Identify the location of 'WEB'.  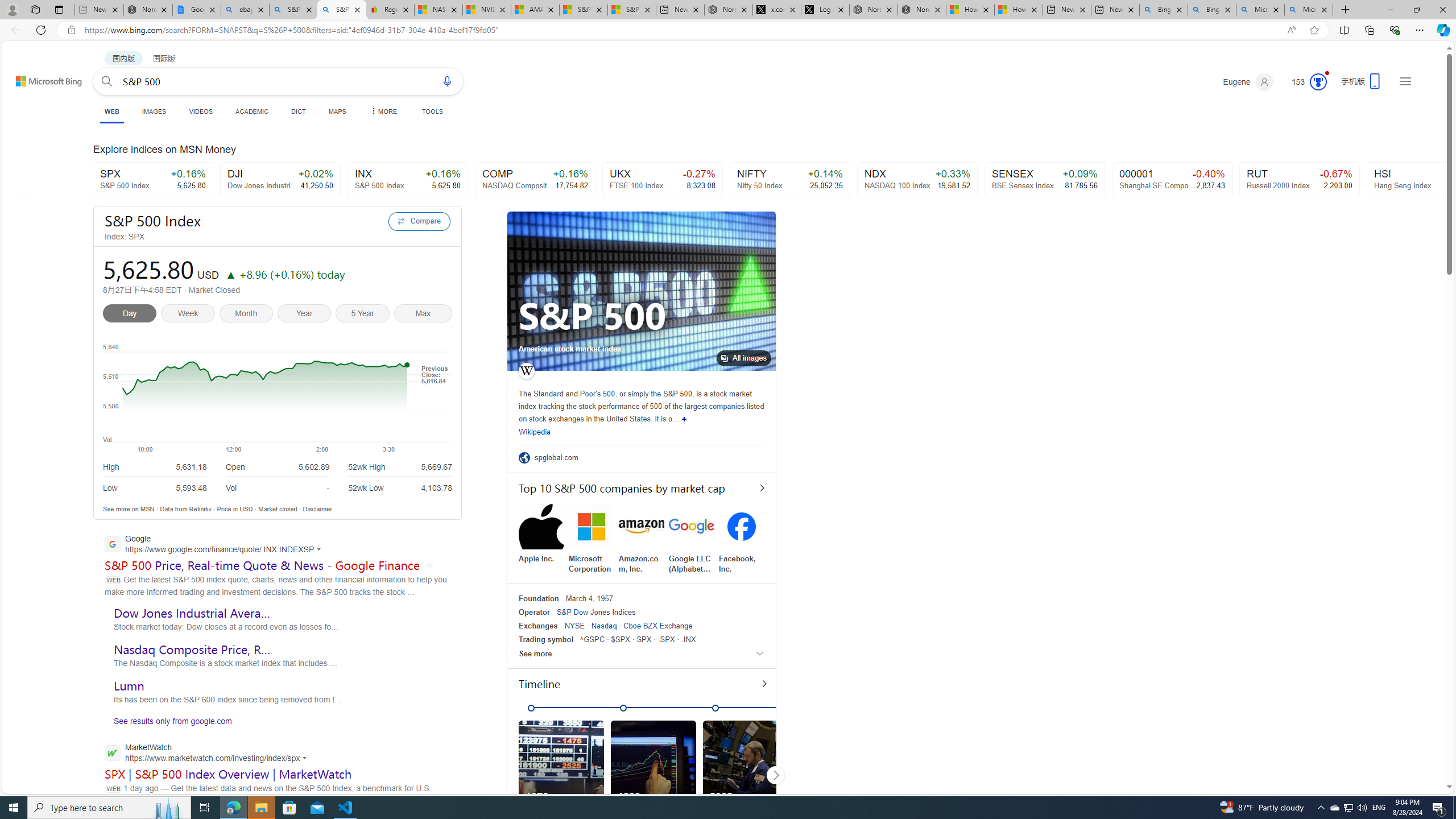
(111, 111).